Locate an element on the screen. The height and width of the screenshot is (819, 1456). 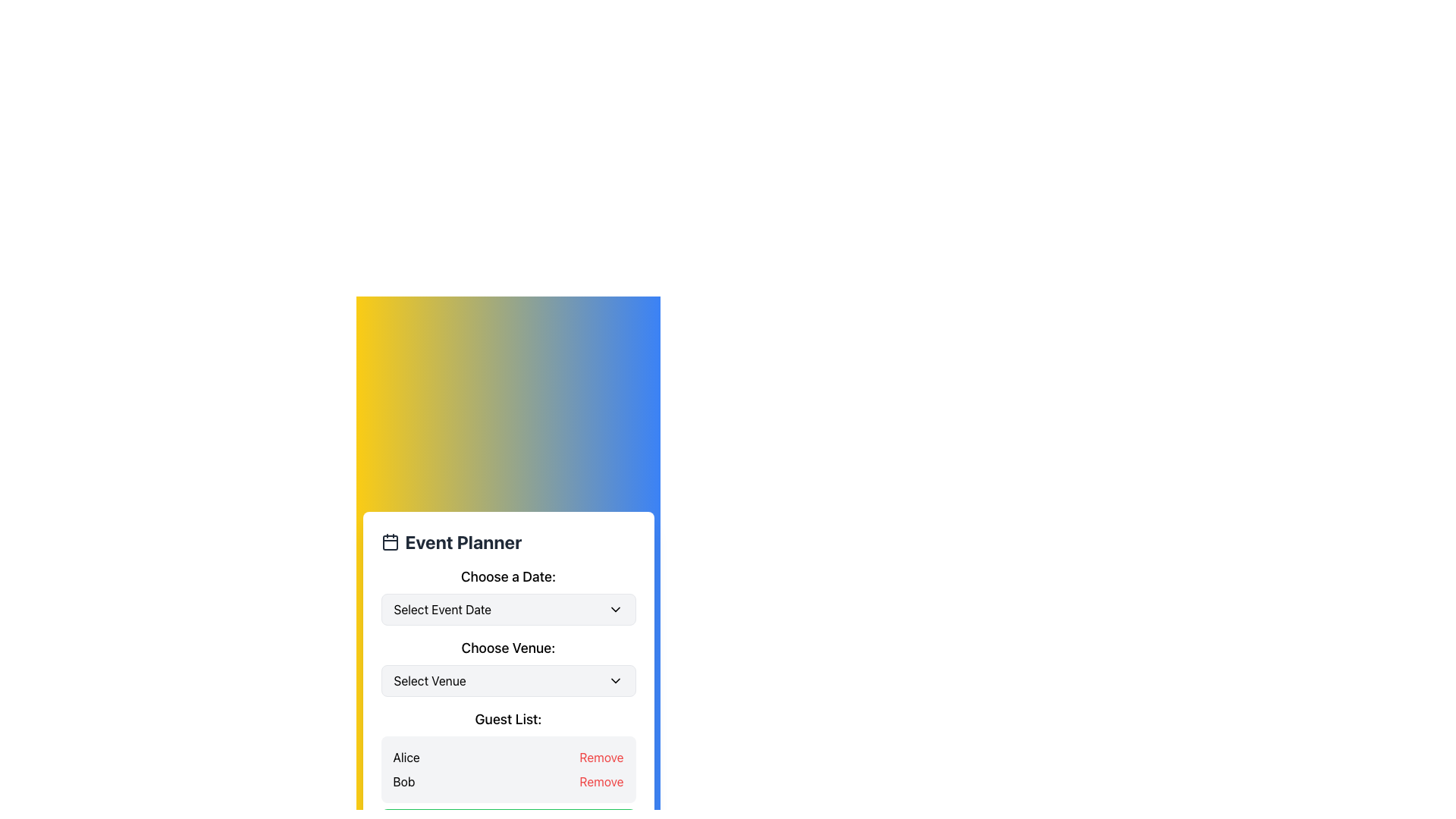
the 'Remove' button with red color styling located at the far-right side of the 'Bob' row in the 'Guest List' section is located at coordinates (601, 781).